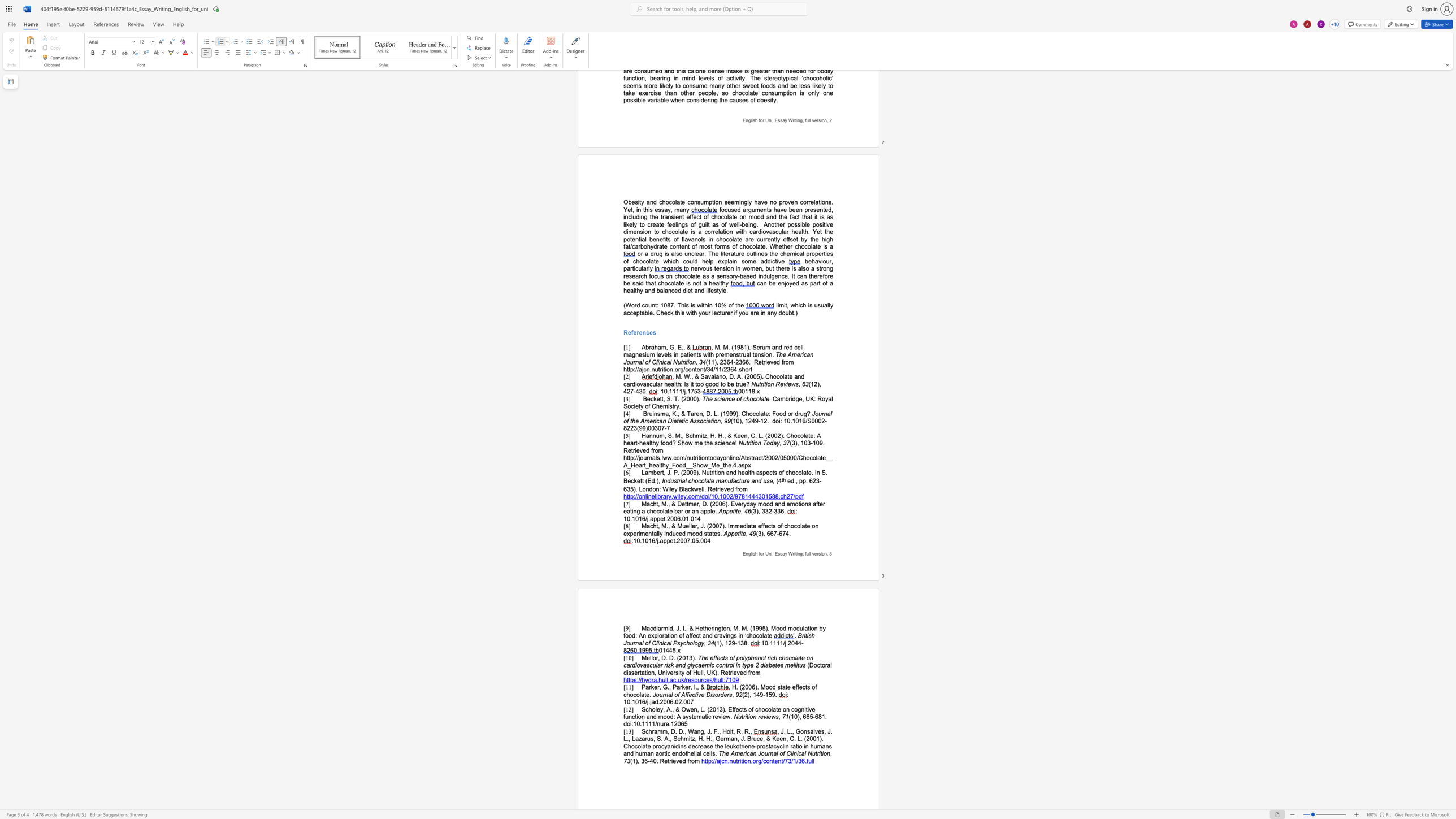  I want to click on the space between the continuous character "r" and "a" in the text, so click(654, 731).